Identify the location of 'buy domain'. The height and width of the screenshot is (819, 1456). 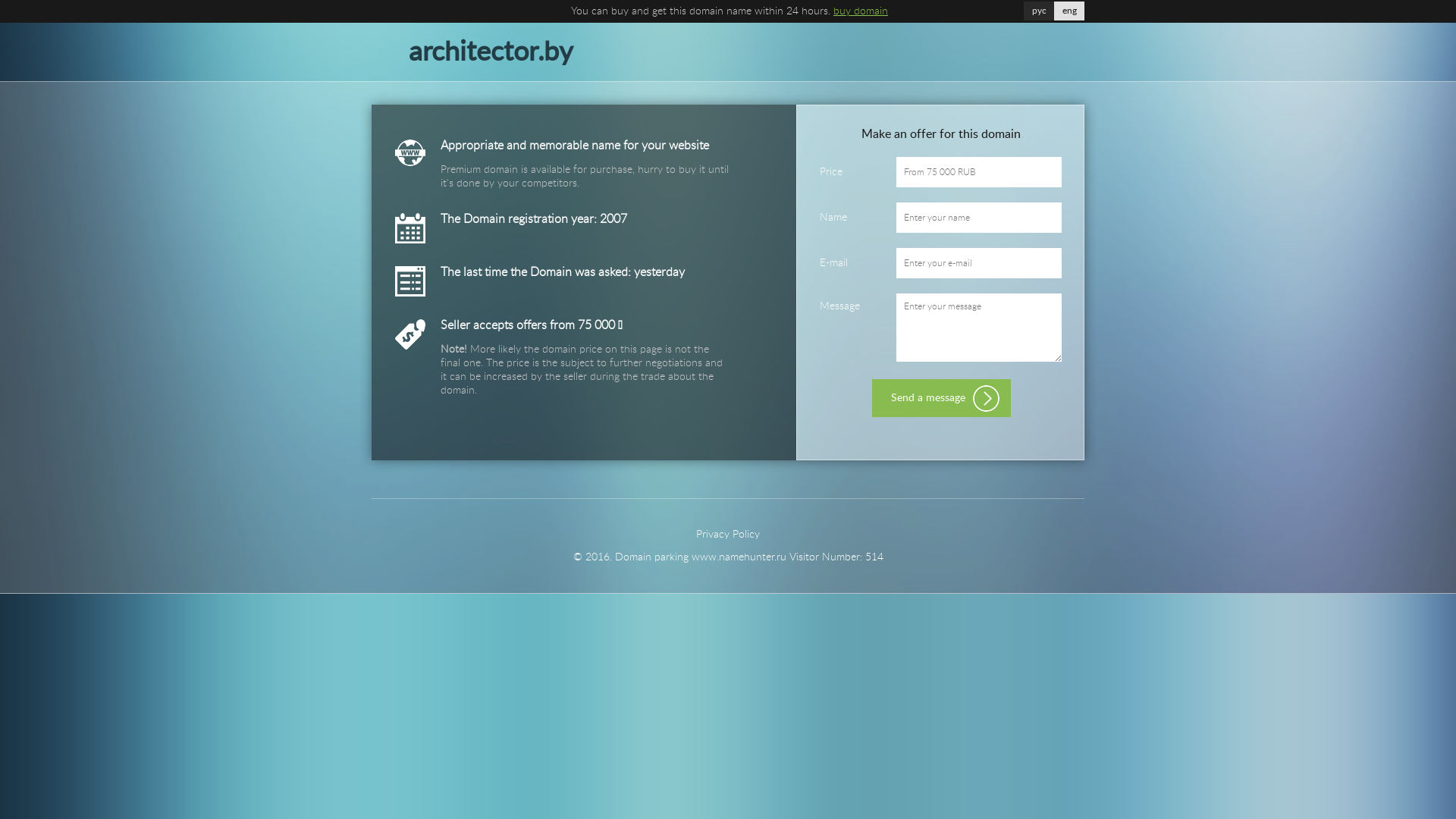
(860, 11).